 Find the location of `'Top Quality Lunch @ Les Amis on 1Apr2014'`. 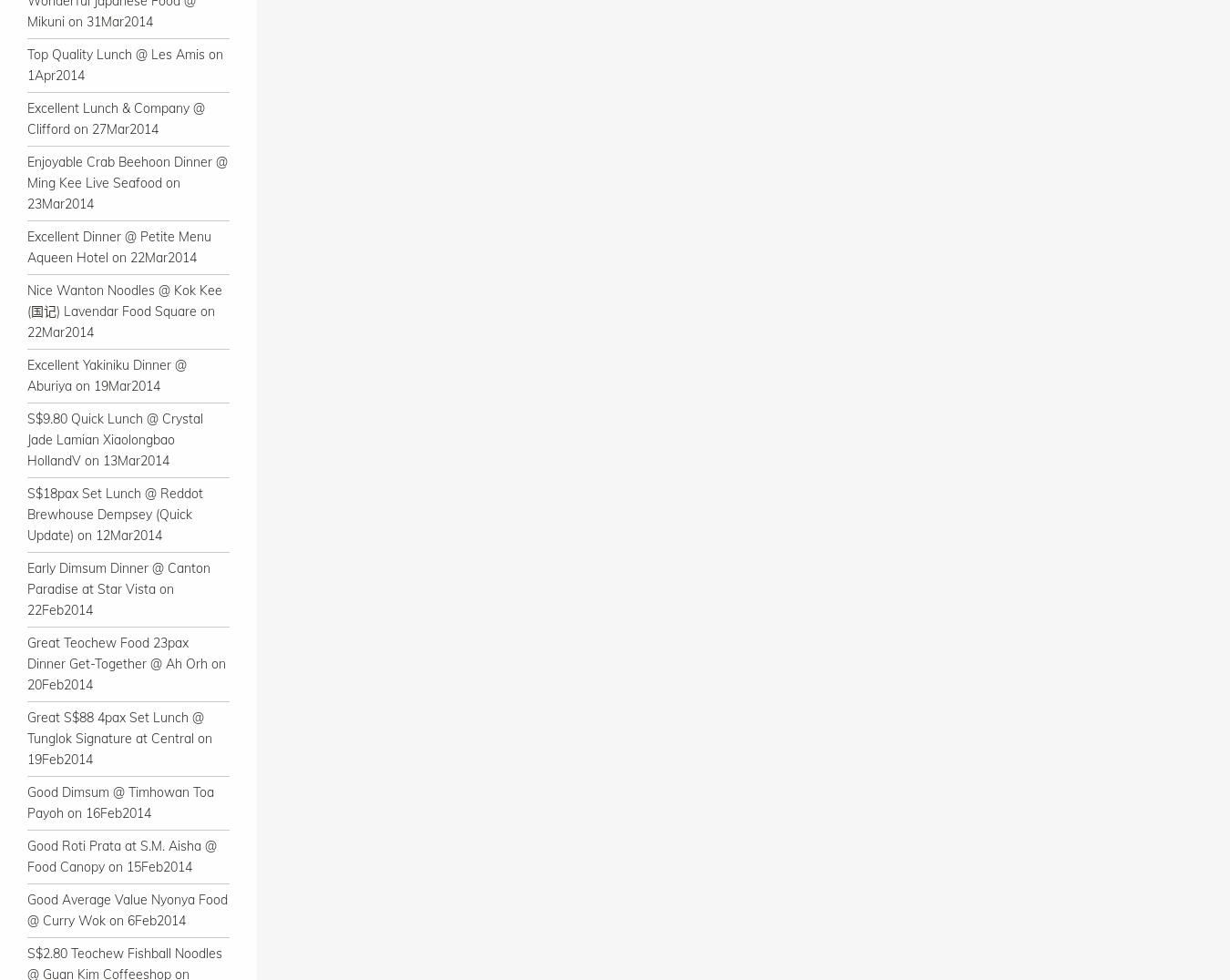

'Top Quality Lunch @ Les Amis on 1Apr2014' is located at coordinates (125, 65).